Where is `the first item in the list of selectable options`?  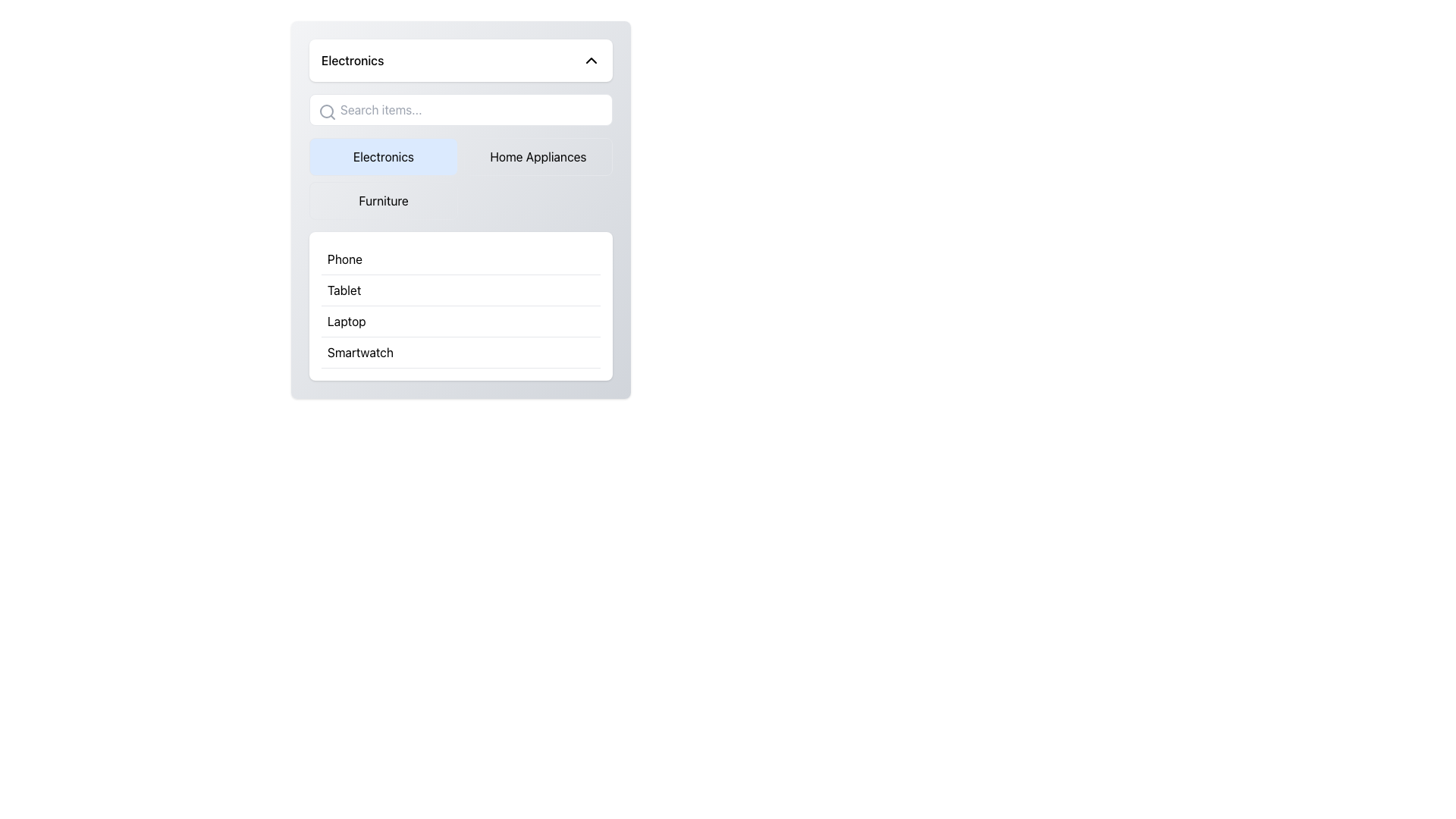
the first item in the list of selectable options is located at coordinates (460, 259).